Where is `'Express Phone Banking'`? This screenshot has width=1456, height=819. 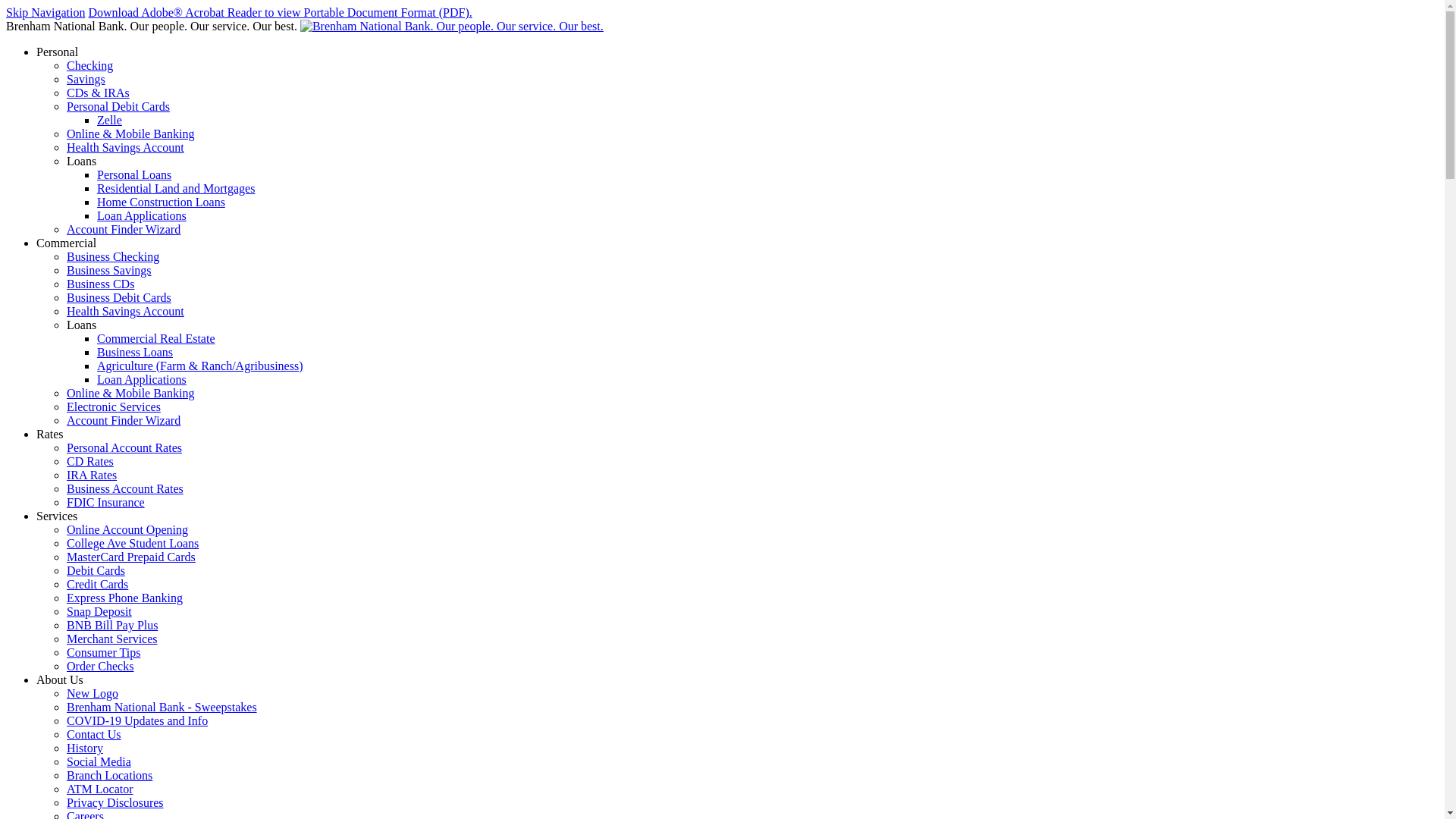 'Express Phone Banking' is located at coordinates (124, 597).